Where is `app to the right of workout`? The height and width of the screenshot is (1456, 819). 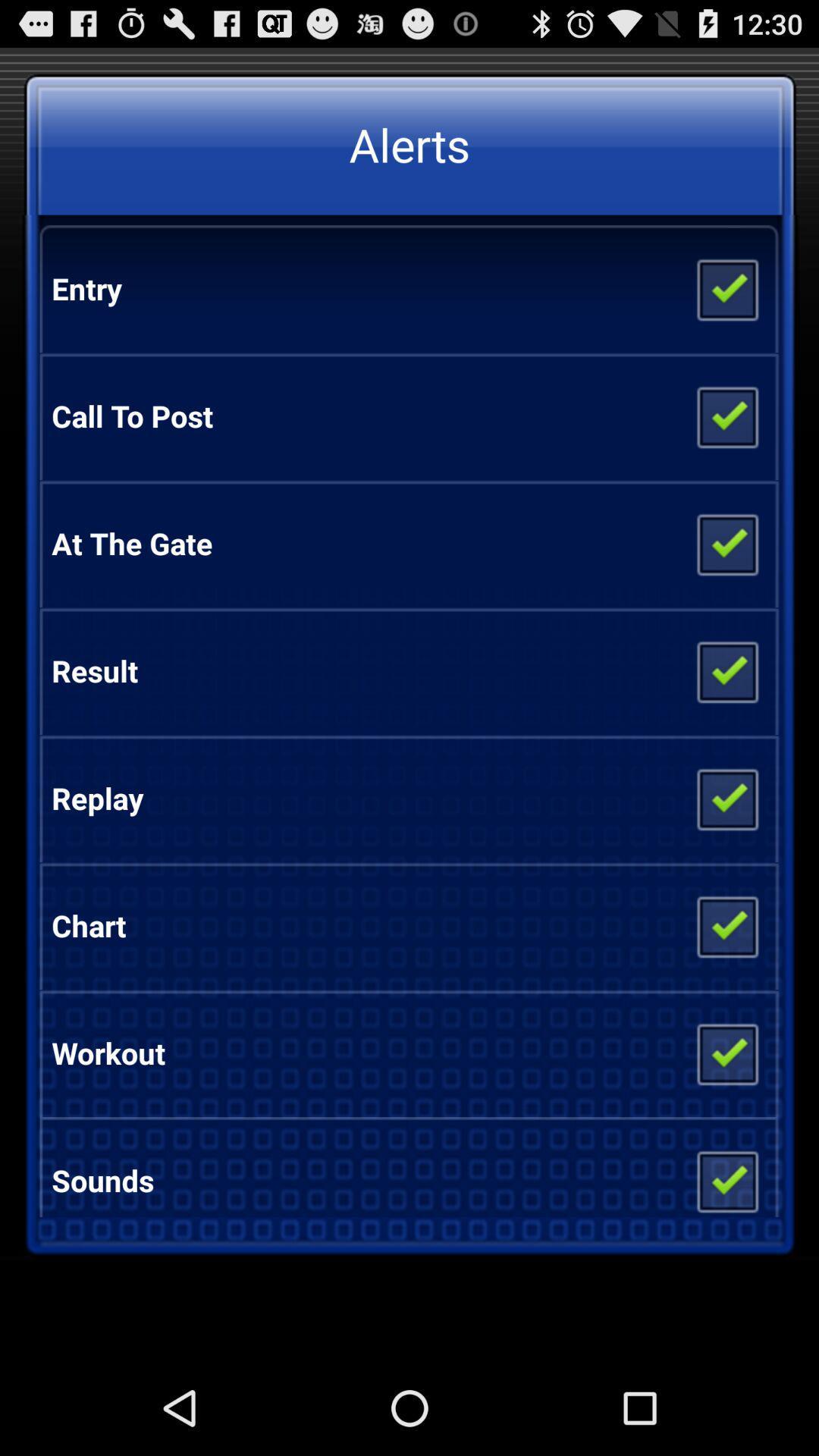
app to the right of workout is located at coordinates (726, 1052).